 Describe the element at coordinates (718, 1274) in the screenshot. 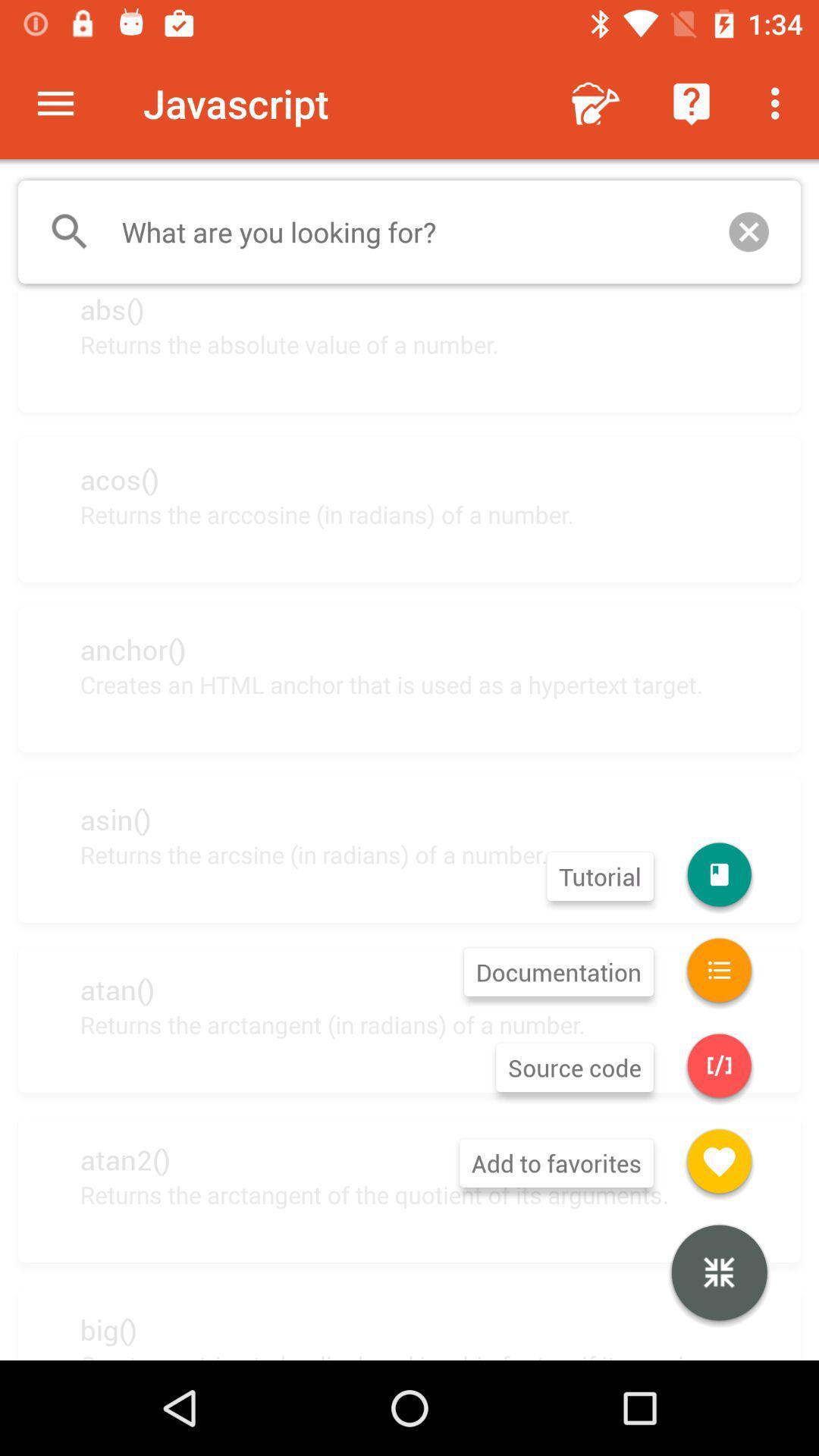

I see `the item next to returns the arctangent item` at that location.